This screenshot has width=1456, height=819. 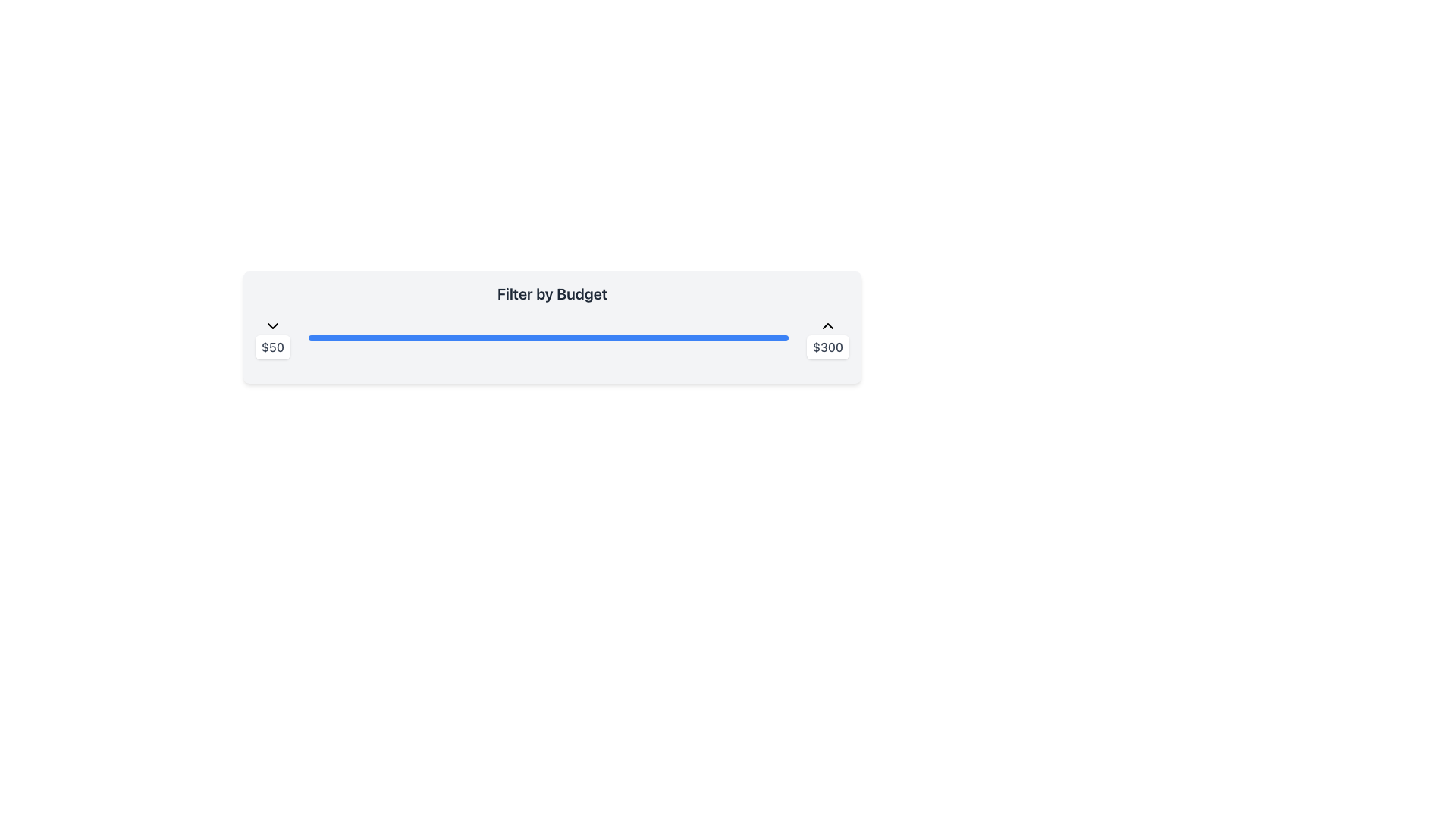 I want to click on the static text display showing '$300', which is located on the right side of the budget filter UI, below an upward-facing arrow icon, so click(x=827, y=347).